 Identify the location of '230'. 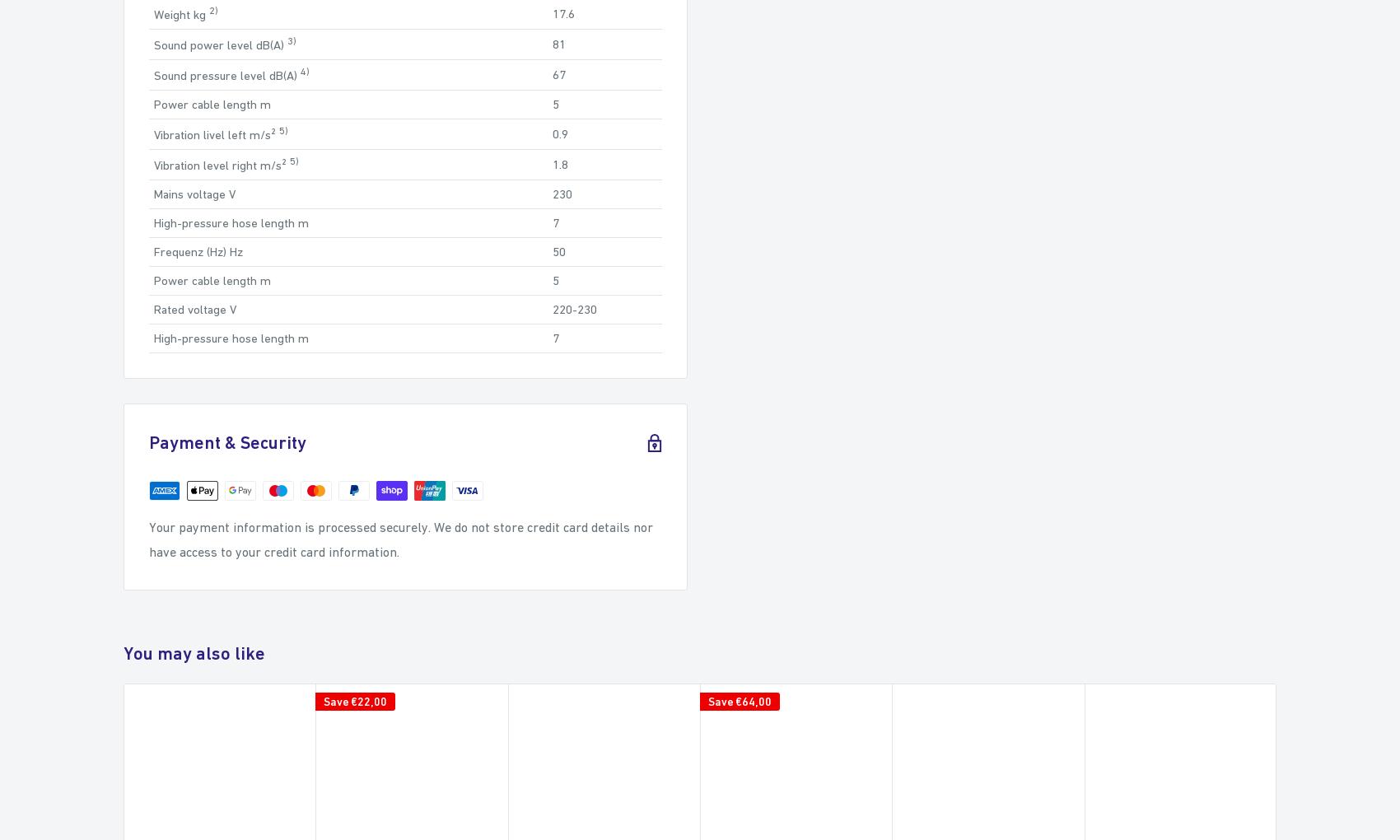
(562, 194).